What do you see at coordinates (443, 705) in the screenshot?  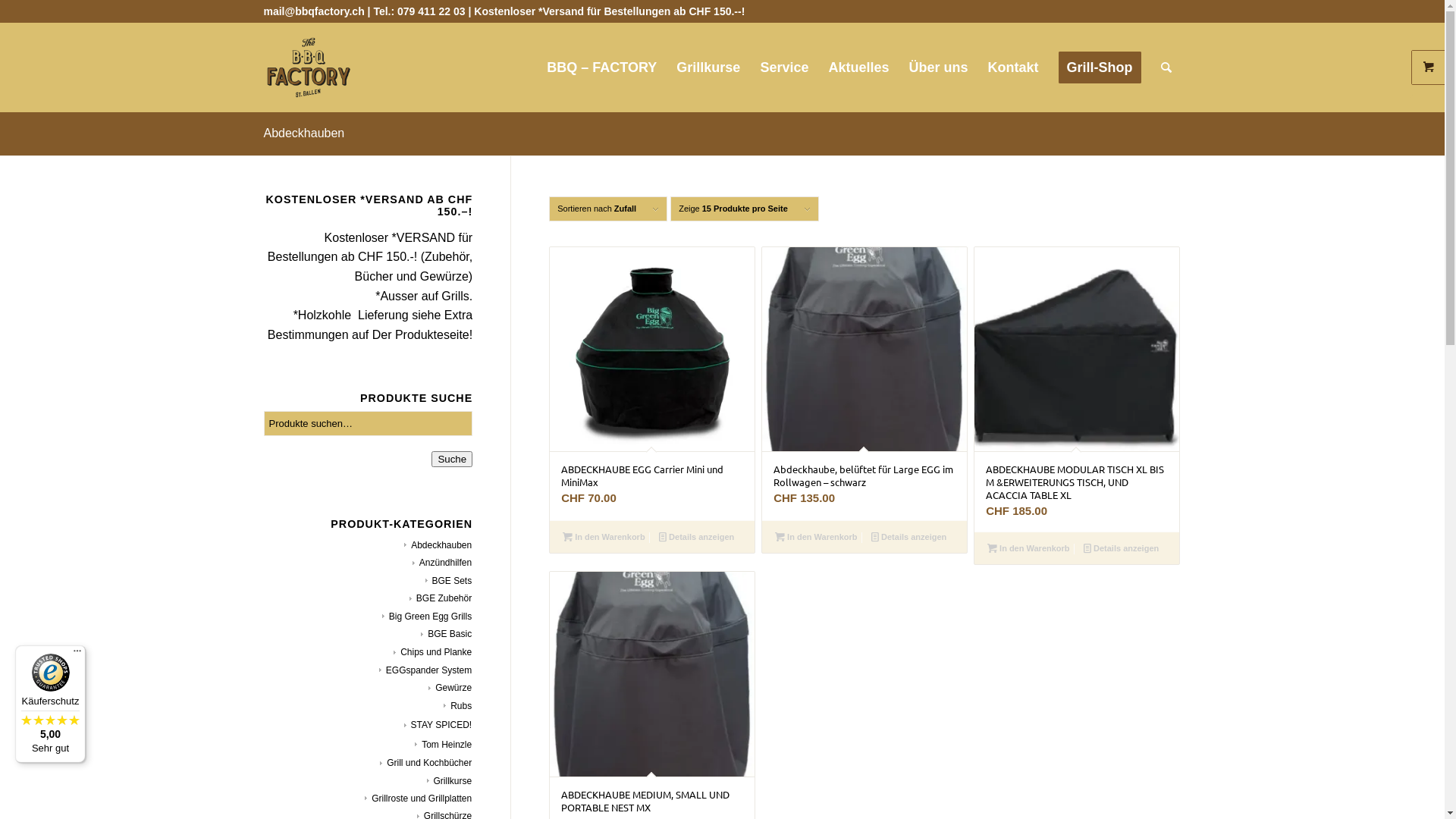 I see `'Rubs'` at bounding box center [443, 705].